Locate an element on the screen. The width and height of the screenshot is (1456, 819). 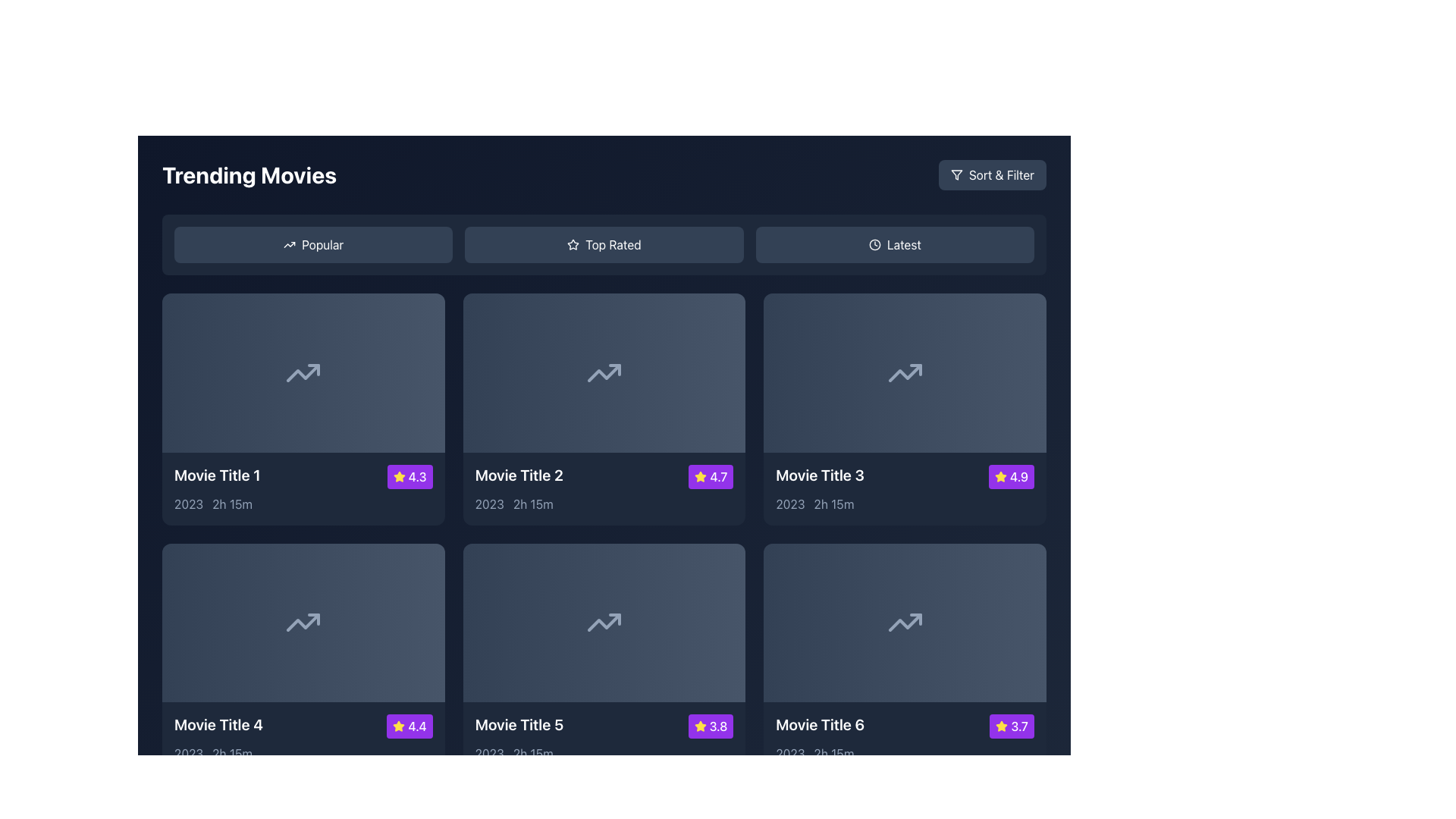
the text label displaying '2h 15m', which is formatted in a light gray sans-serif font against a dark background, located below the 'Movie Title 5' section is located at coordinates (533, 754).